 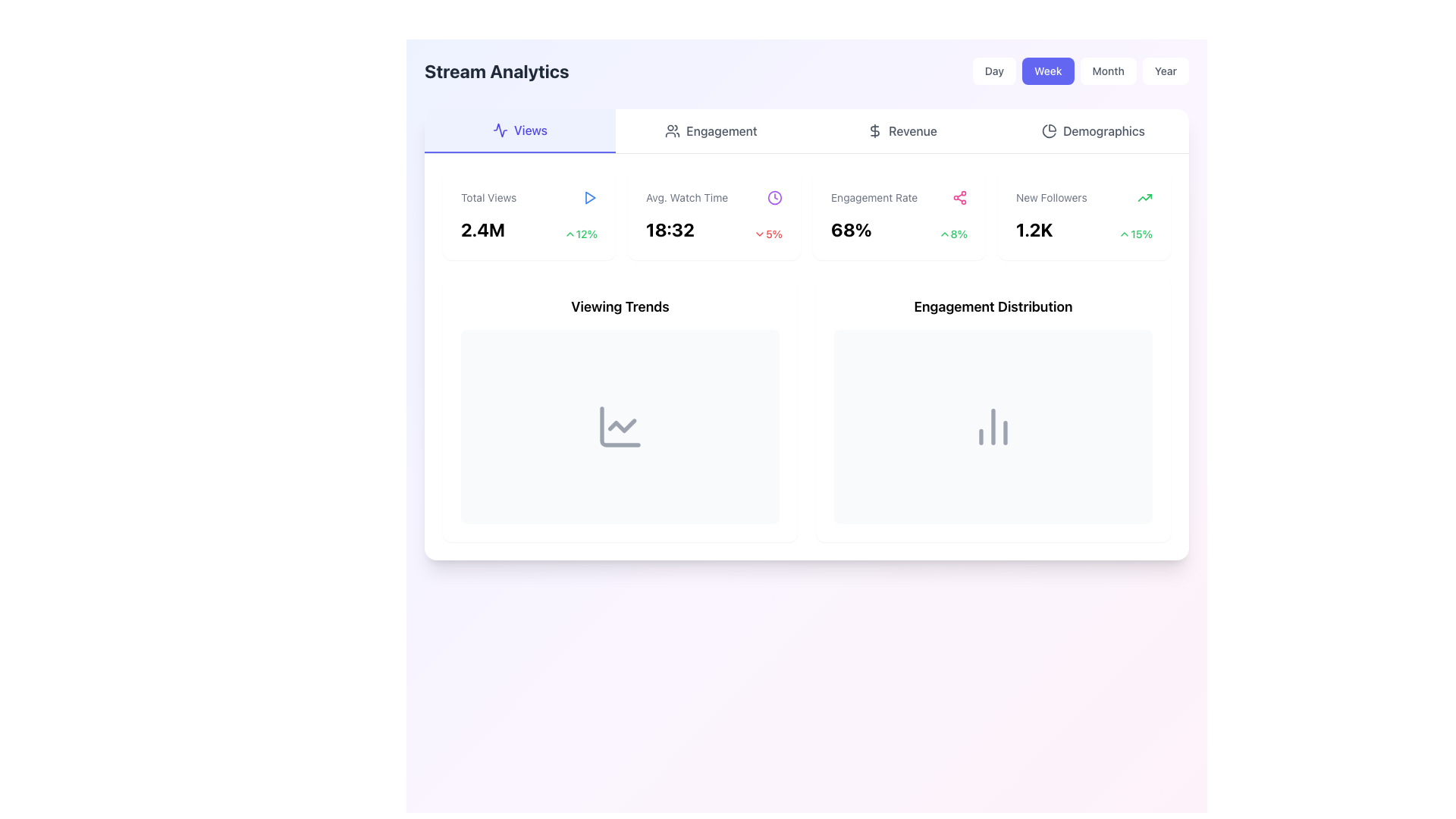 I want to click on the decorative text element indicating a positive percentage change (12%) located to the right of the '2.4M' text within the 'Total Views' card in the top-left section of the interface, so click(x=579, y=234).